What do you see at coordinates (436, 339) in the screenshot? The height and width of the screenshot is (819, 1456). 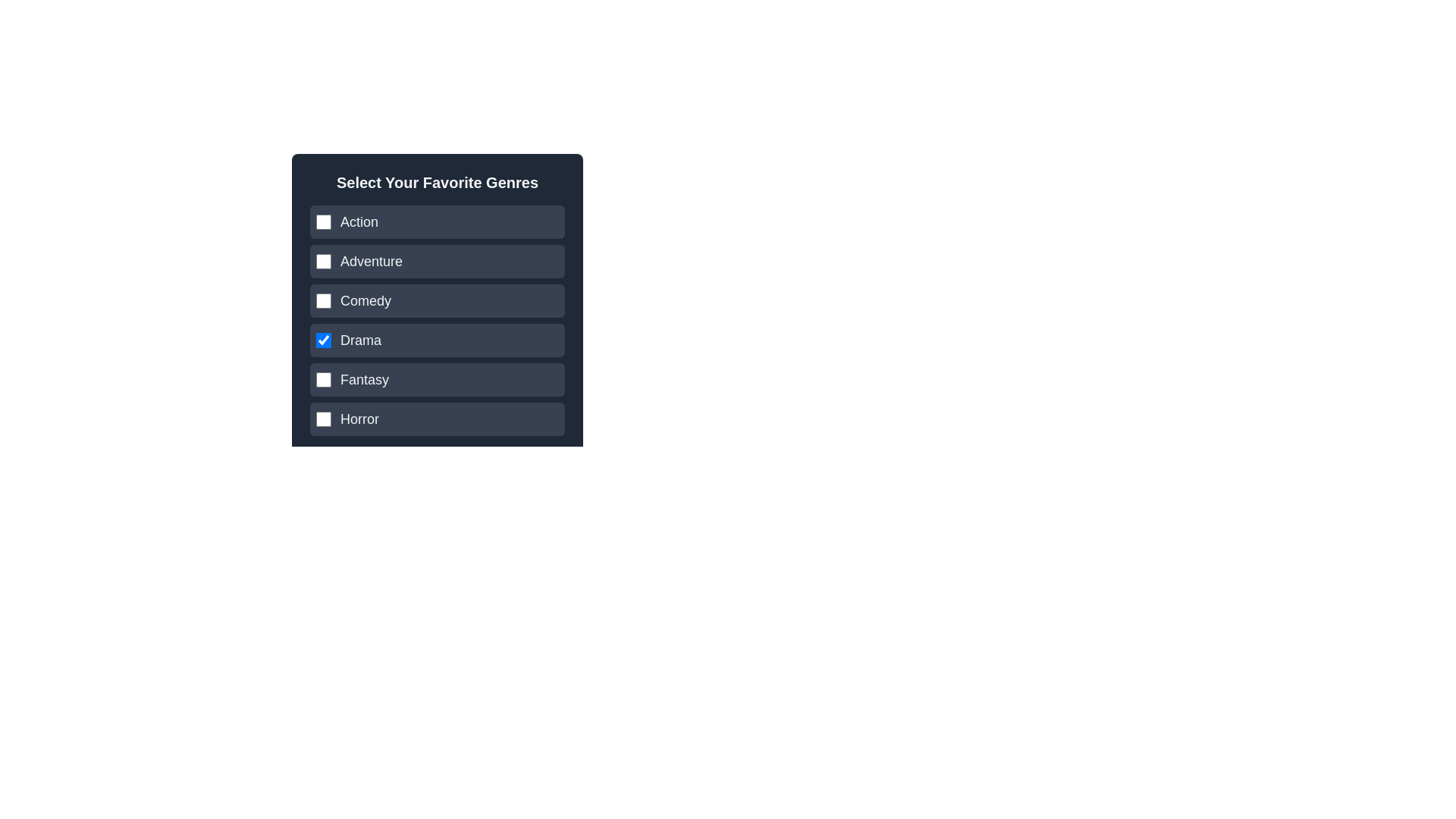 I see `the checkbox for the genre 'Drama'` at bounding box center [436, 339].